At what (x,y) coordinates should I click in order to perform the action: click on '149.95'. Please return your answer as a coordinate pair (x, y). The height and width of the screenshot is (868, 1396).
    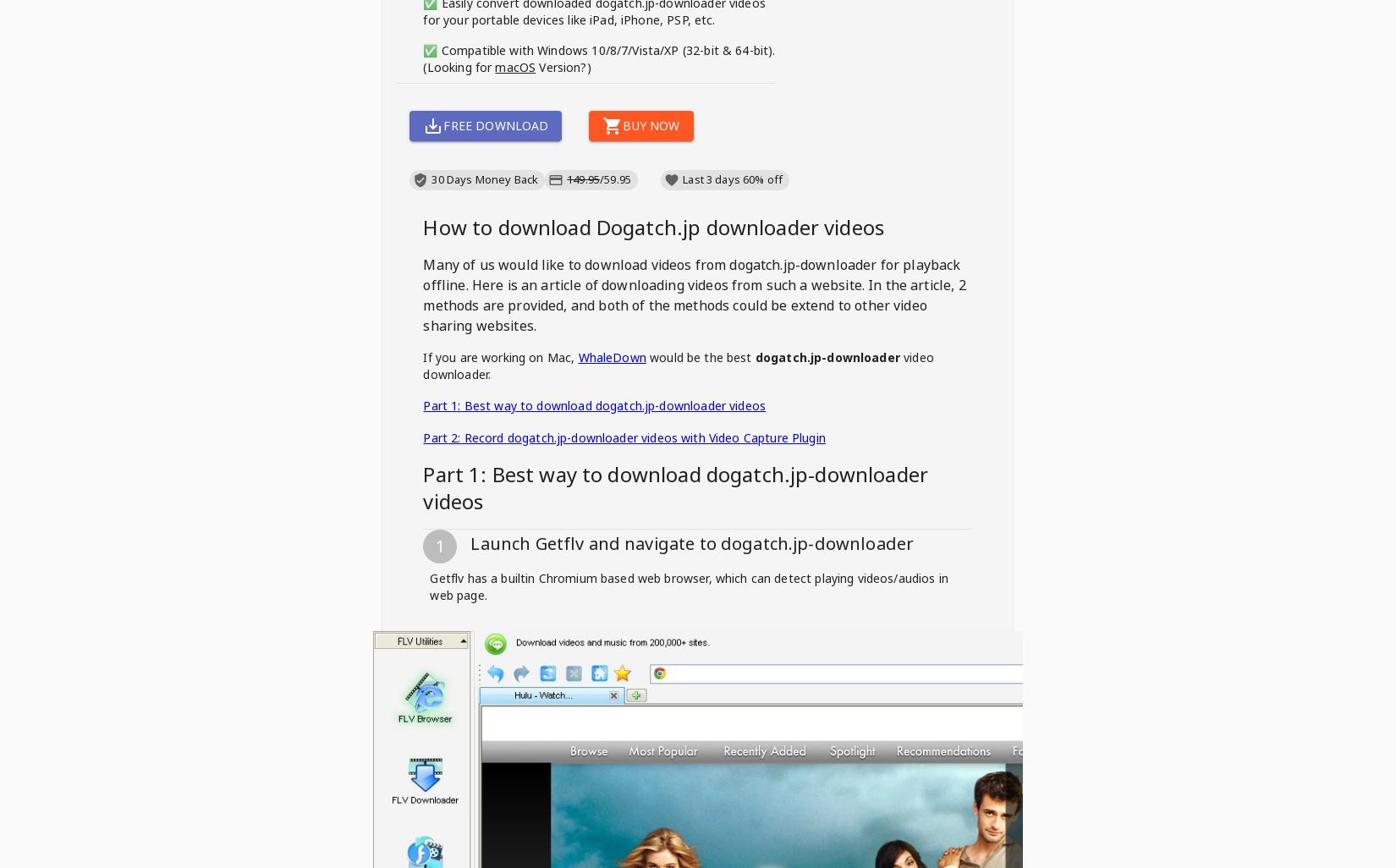
    Looking at the image, I should click on (582, 179).